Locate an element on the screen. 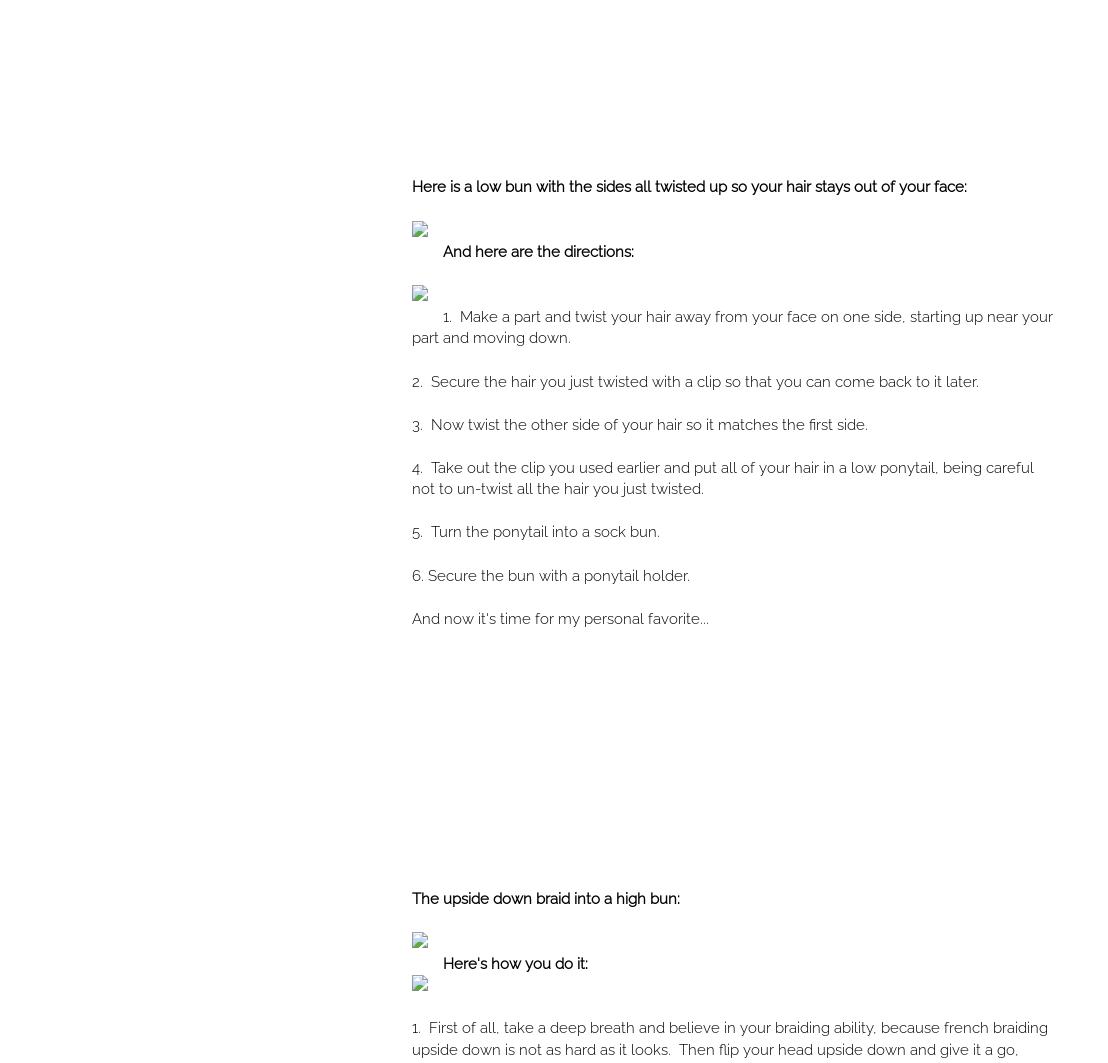 This screenshot has width=1108, height=1063. '1.  Make a part and twist your hair away from your face on one side, starting up near your part and moving down.' is located at coordinates (731, 326).